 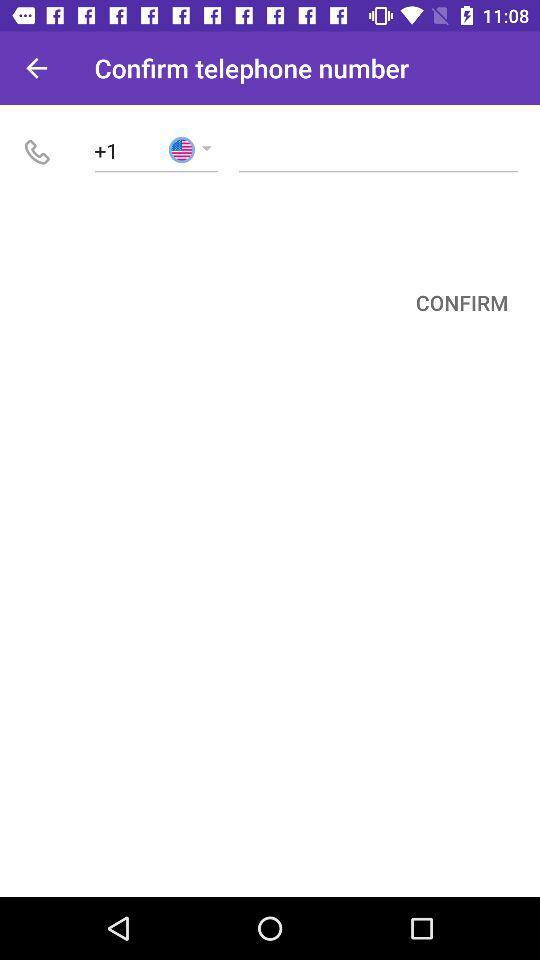 What do you see at coordinates (378, 149) in the screenshot?
I see `telephone number input box` at bounding box center [378, 149].